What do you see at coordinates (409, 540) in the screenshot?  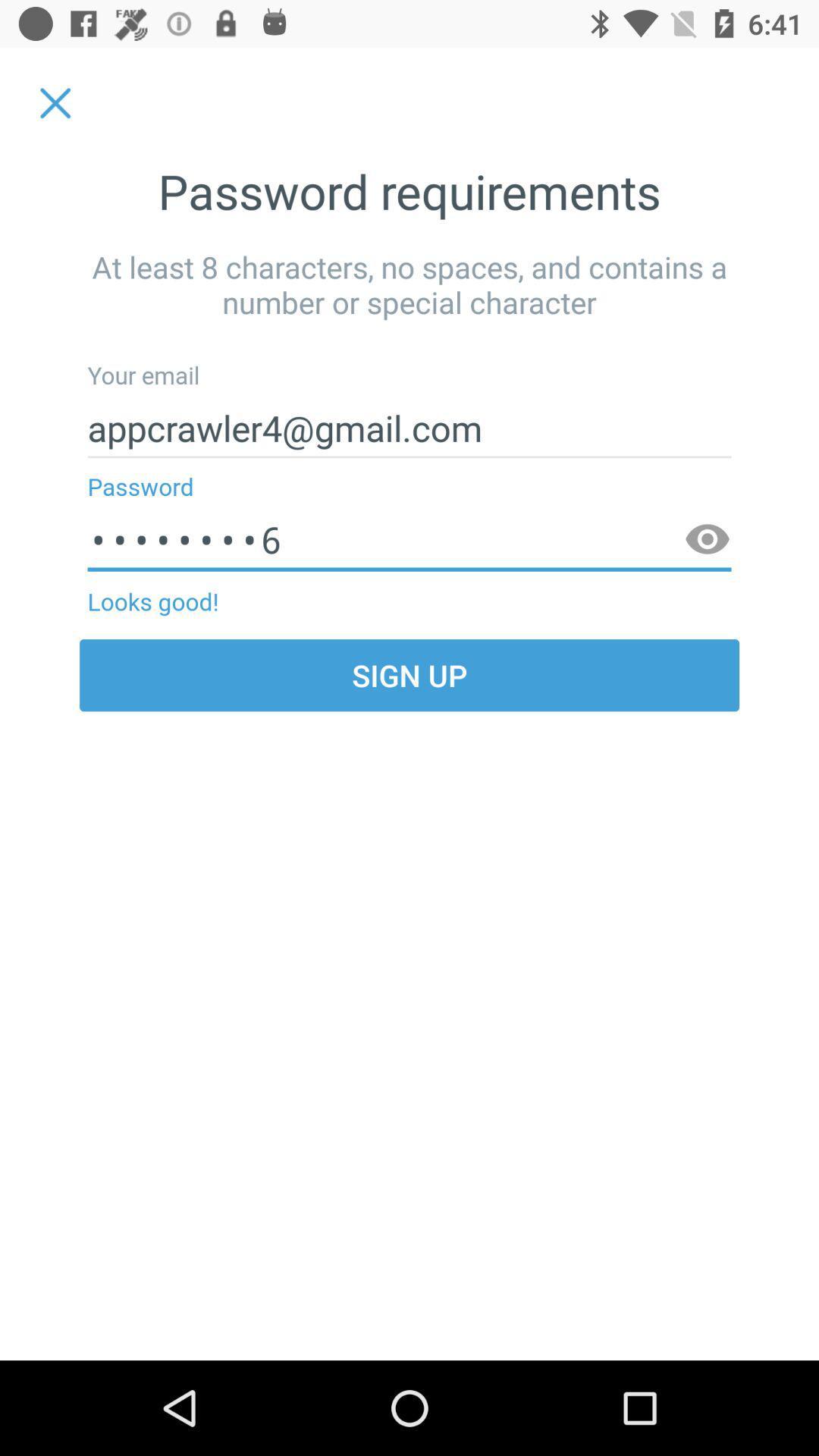 I see `icon below appcrawler4@gmail.com item` at bounding box center [409, 540].